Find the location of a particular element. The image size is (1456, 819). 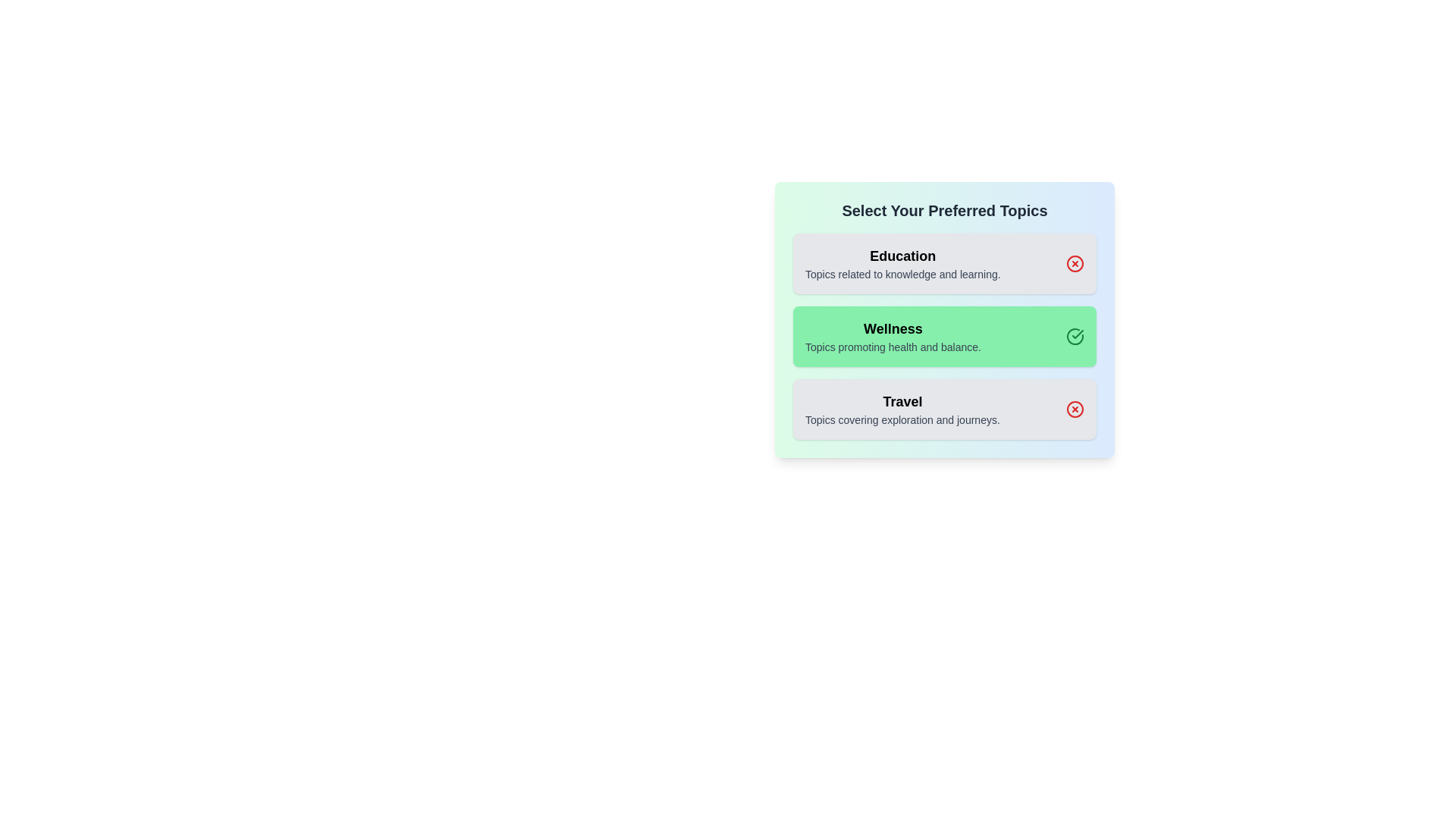

the topic Wellness to view its description is located at coordinates (893, 335).